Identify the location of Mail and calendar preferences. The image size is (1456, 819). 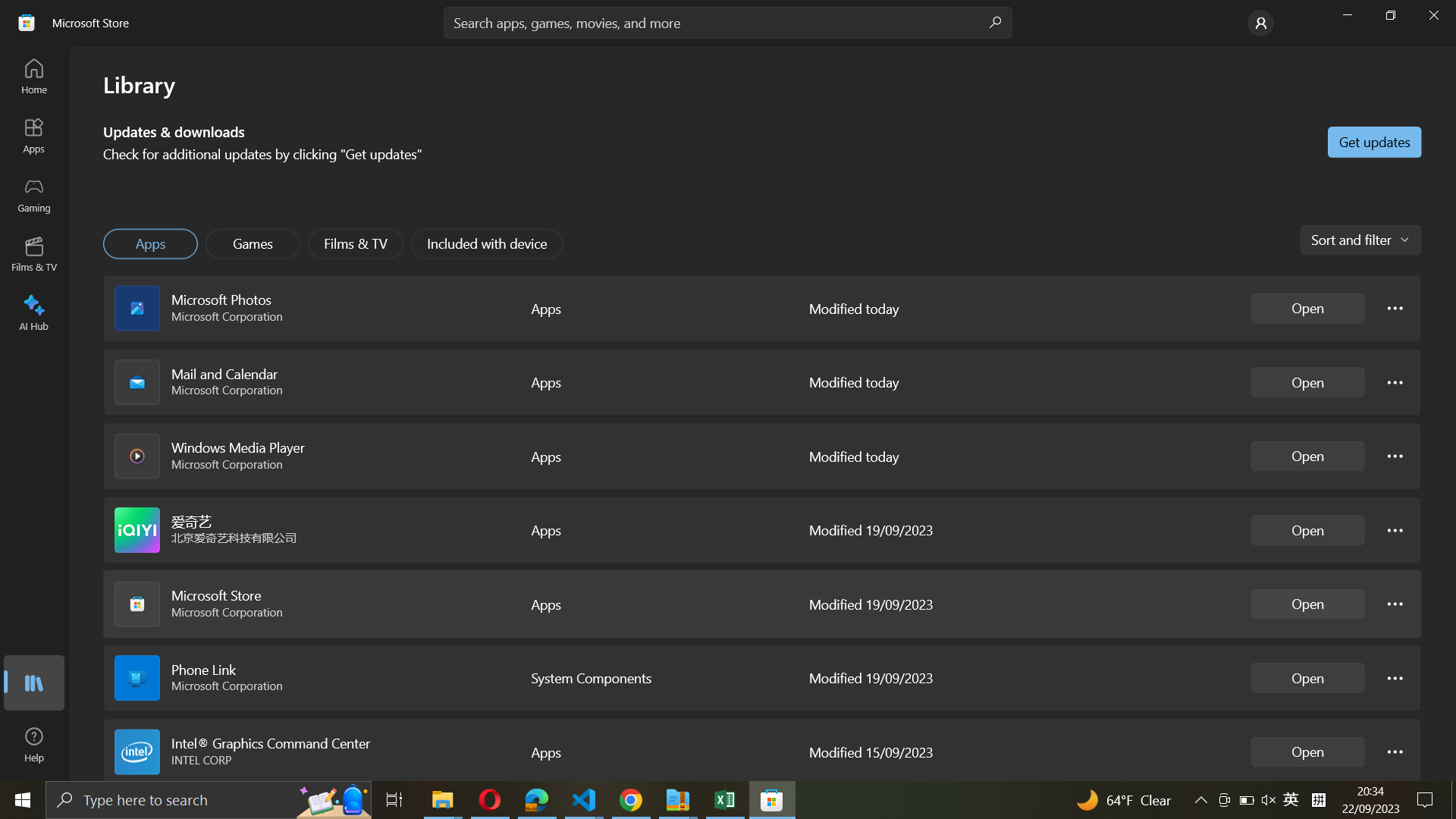
(1395, 379).